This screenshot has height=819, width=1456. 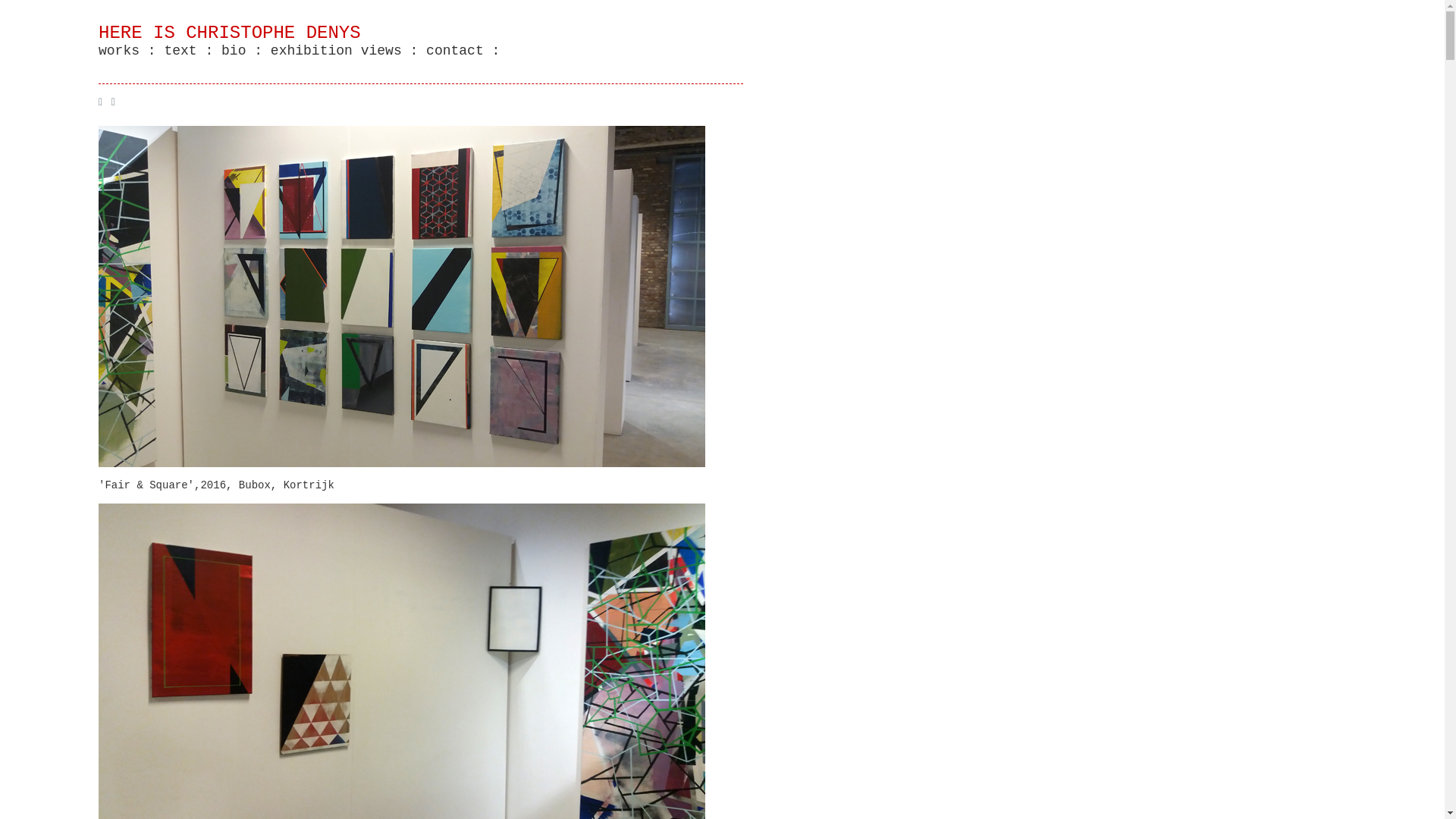 I want to click on 'text :', so click(x=184, y=49).